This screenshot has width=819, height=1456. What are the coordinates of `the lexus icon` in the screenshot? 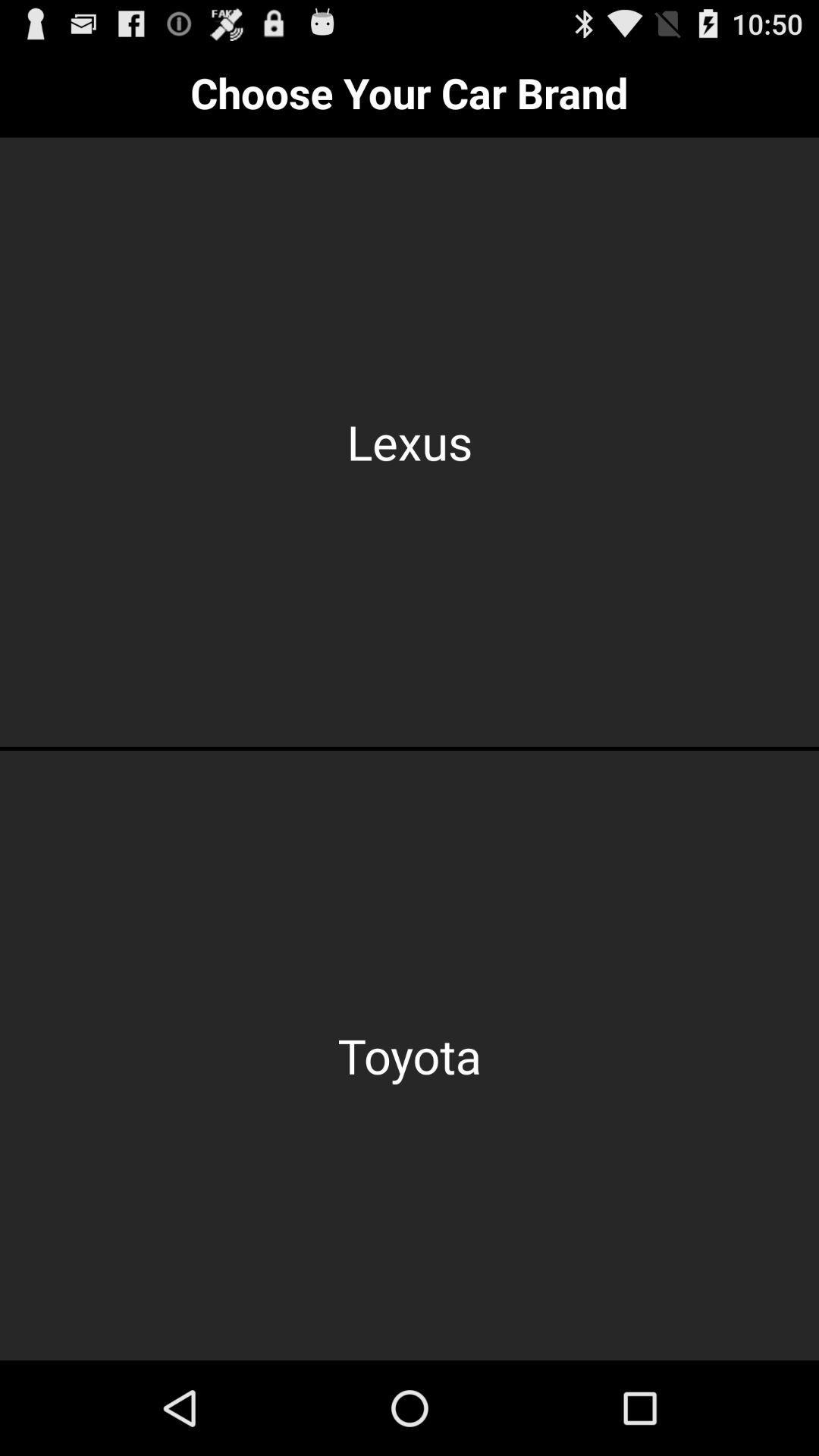 It's located at (409, 441).